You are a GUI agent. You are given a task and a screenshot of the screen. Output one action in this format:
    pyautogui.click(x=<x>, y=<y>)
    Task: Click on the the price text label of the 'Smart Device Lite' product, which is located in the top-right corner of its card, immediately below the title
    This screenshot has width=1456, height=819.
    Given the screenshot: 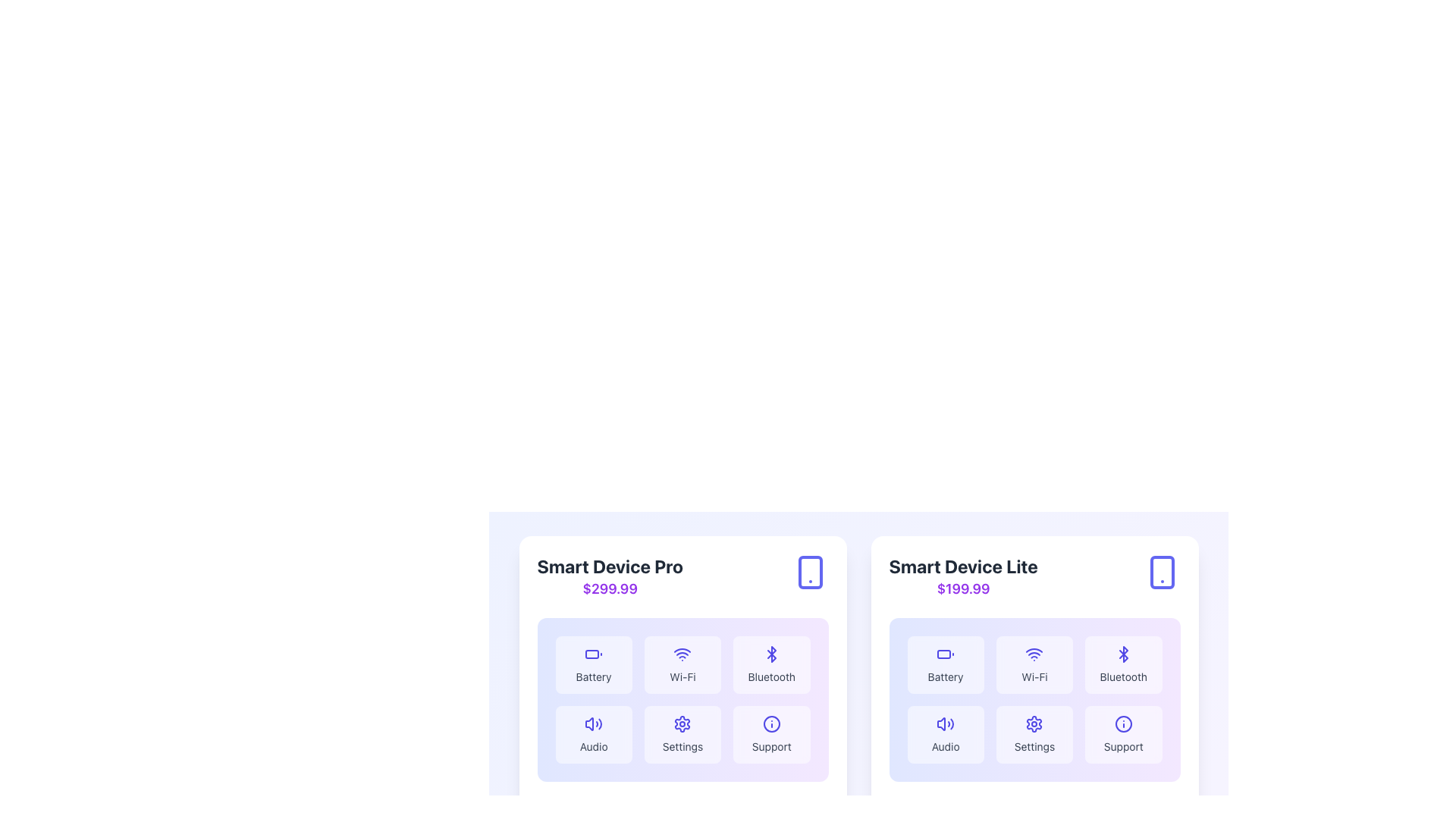 What is the action you would take?
    pyautogui.click(x=962, y=588)
    